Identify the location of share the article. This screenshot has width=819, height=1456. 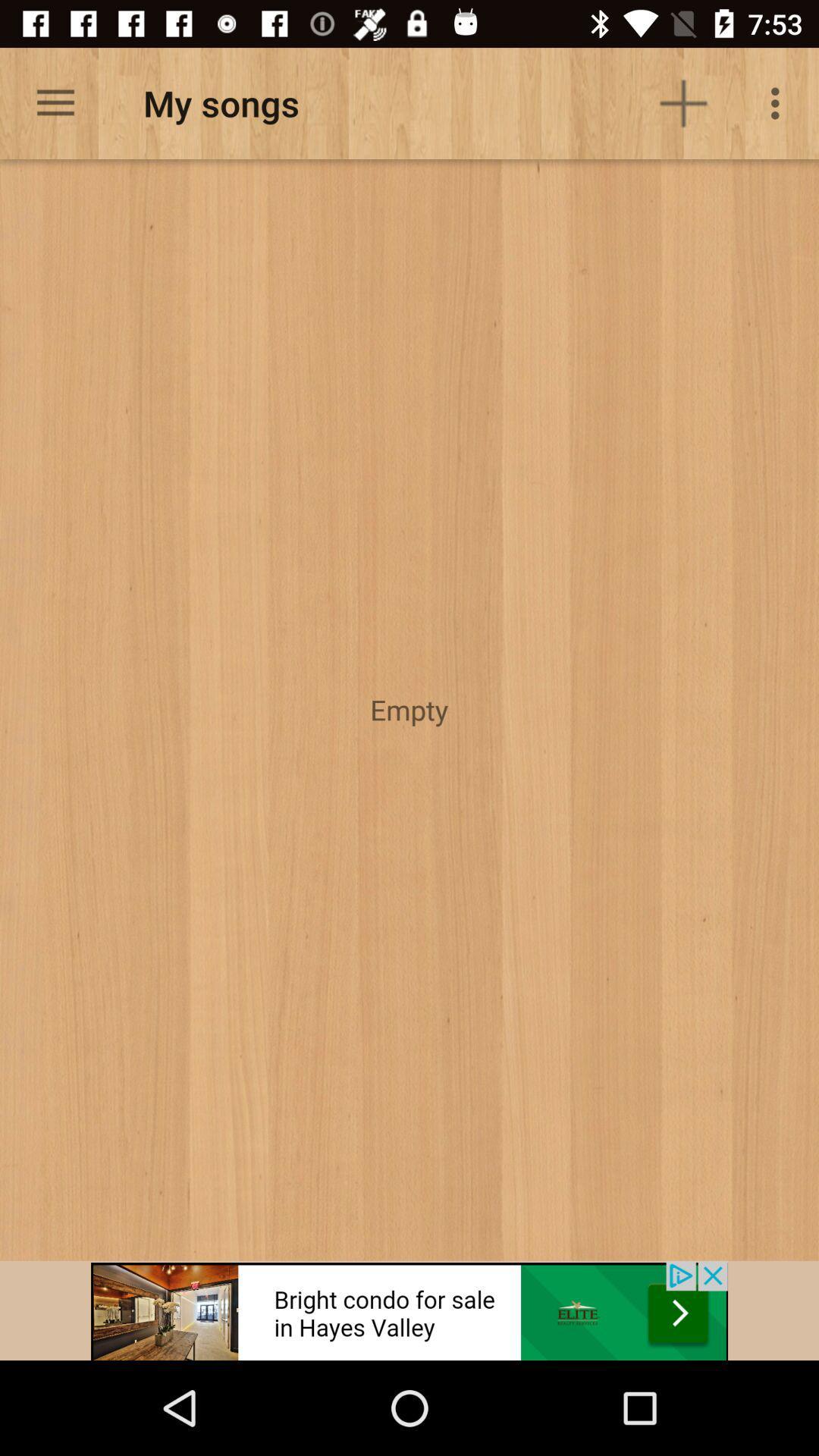
(409, 1310).